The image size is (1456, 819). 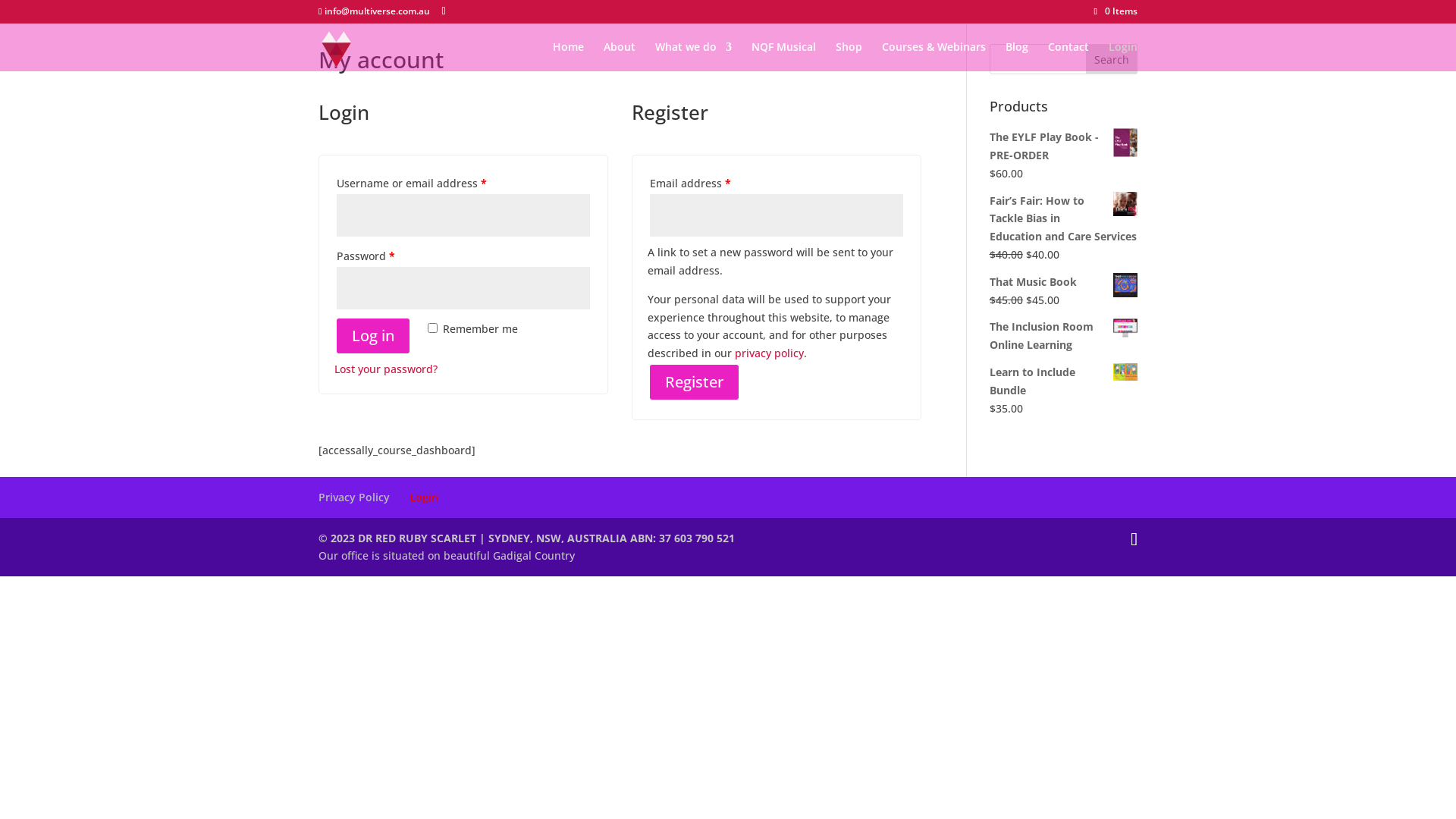 I want to click on 'The Inclusion Room Online Learning', so click(x=1062, y=335).